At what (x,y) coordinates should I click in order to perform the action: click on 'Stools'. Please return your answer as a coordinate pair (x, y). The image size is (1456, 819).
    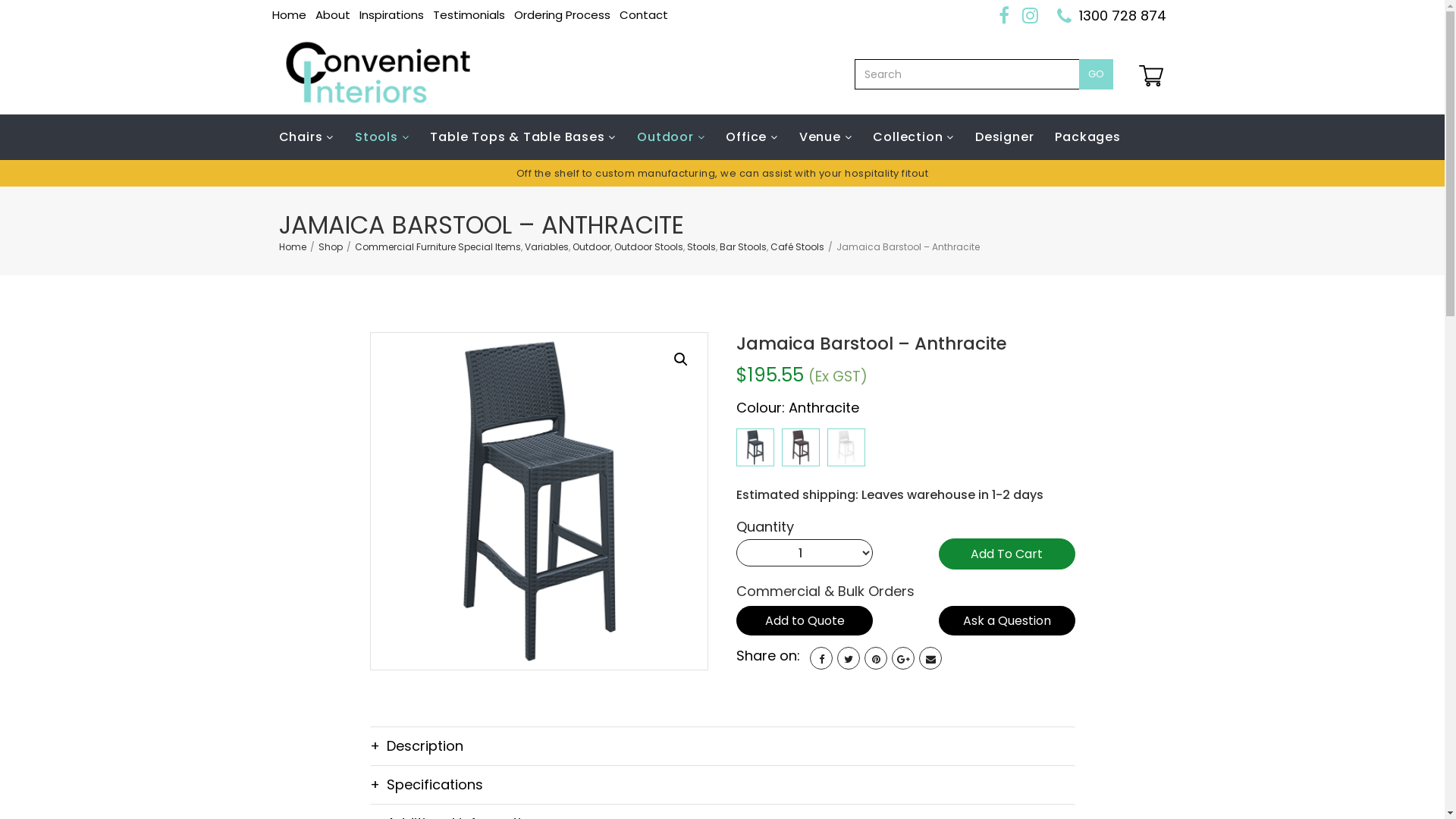
    Looking at the image, I should click on (381, 137).